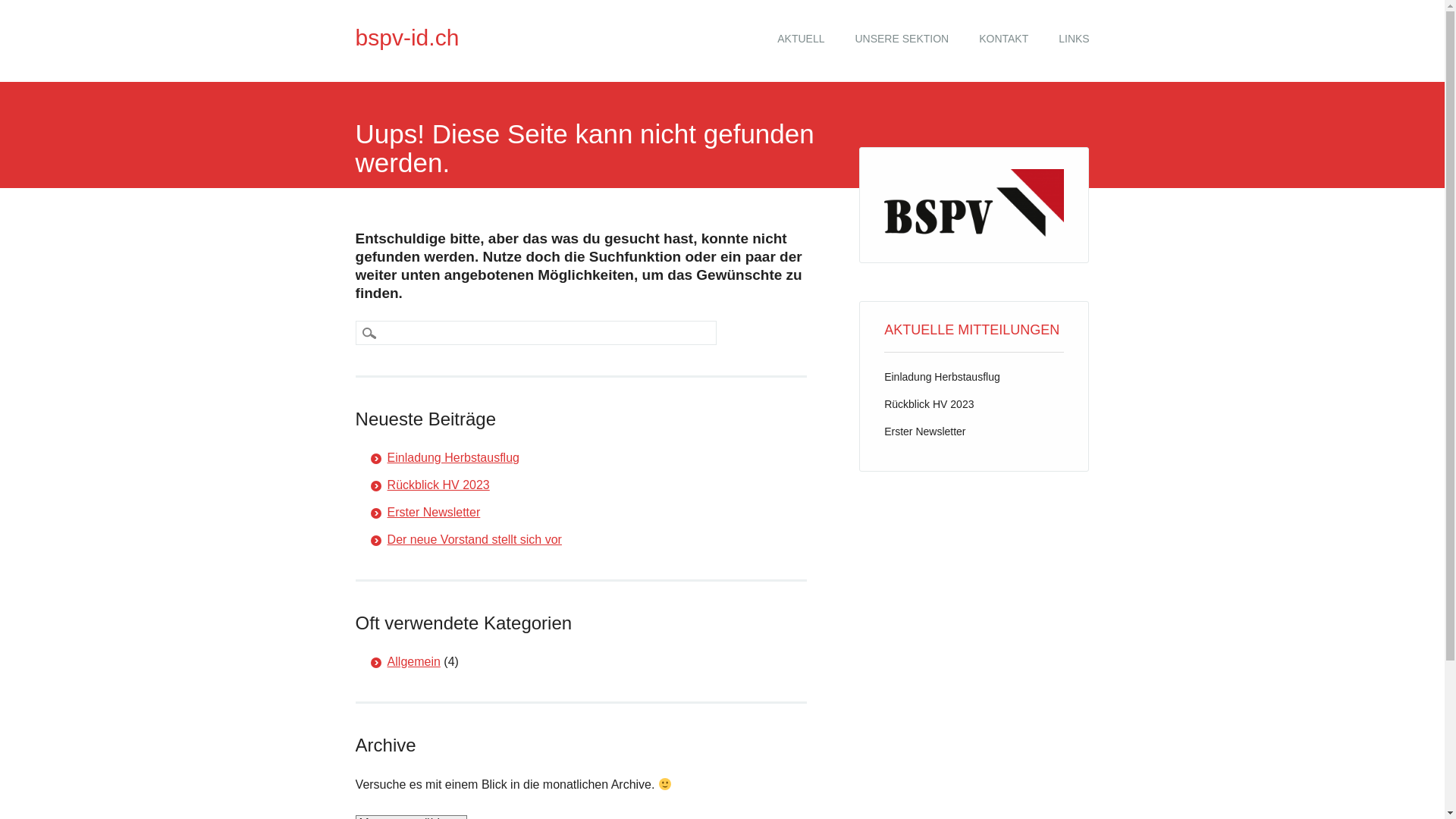 Image resolution: width=1456 pixels, height=819 pixels. What do you see at coordinates (387, 661) in the screenshot?
I see `'Allgemein'` at bounding box center [387, 661].